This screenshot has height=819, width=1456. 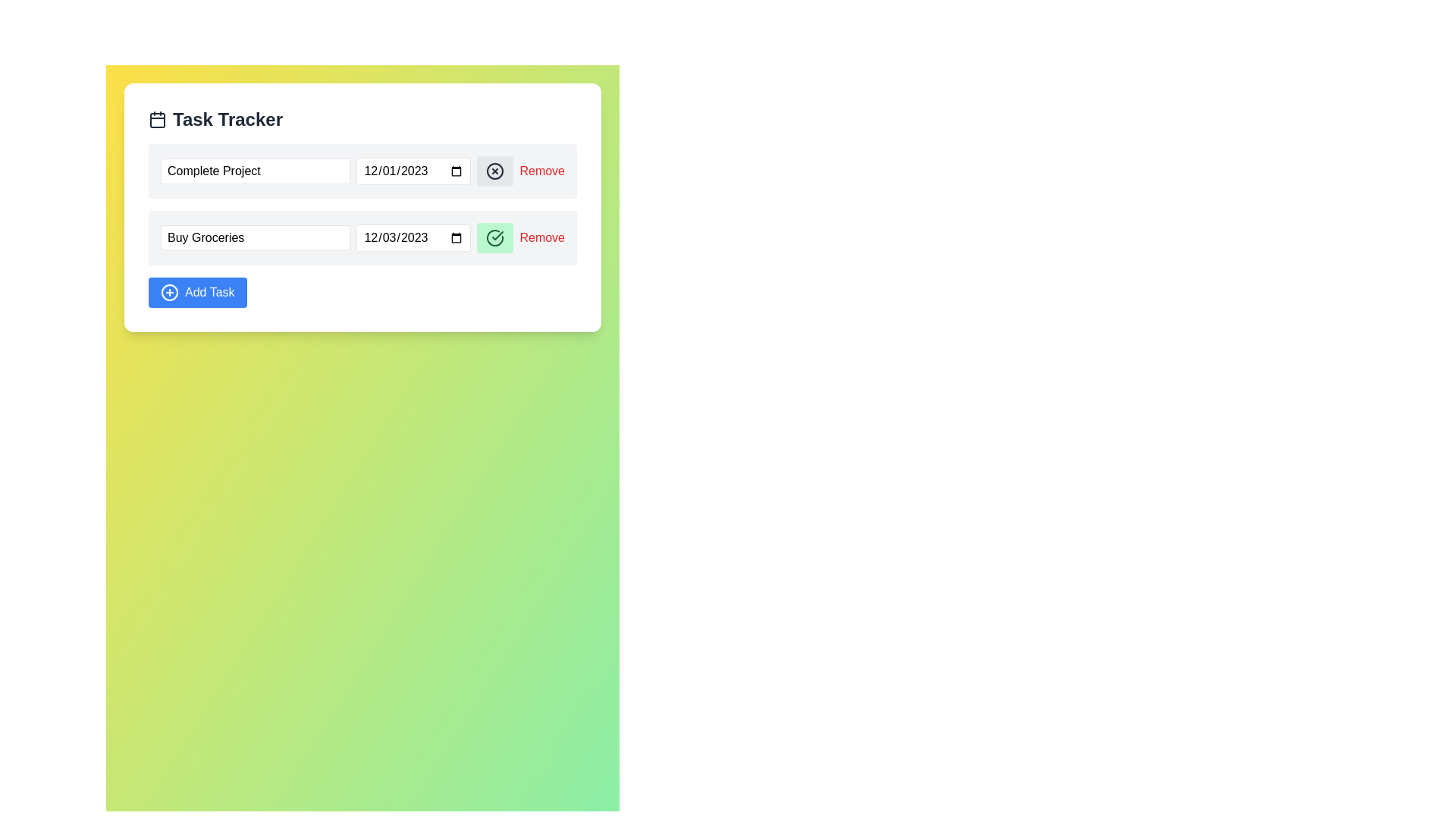 What do you see at coordinates (495, 237) in the screenshot?
I see `the circular checkmark icon with a bold green outline located in the 'Buy Groceries' row` at bounding box center [495, 237].